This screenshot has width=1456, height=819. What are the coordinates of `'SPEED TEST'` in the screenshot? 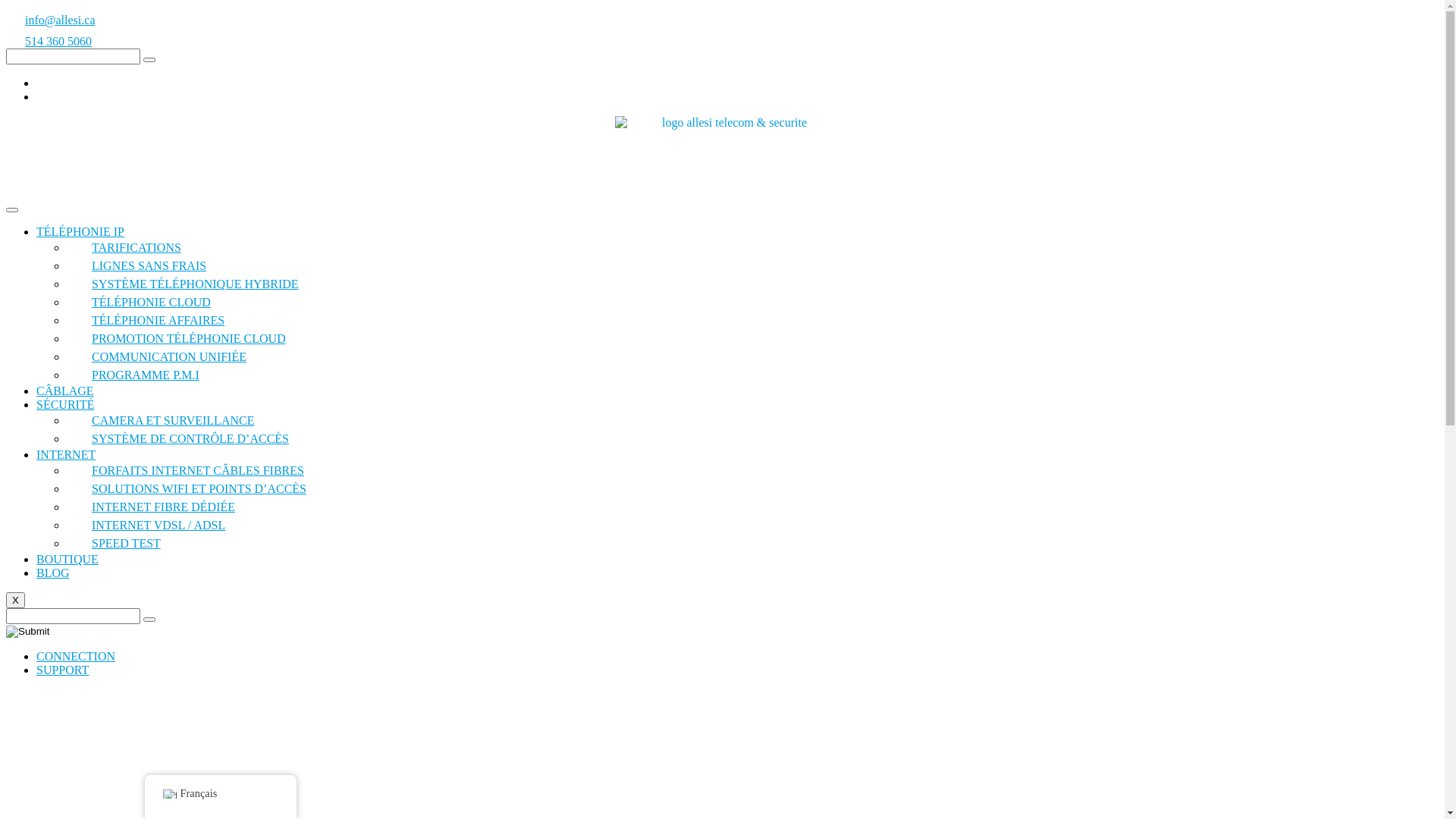 It's located at (133, 541).